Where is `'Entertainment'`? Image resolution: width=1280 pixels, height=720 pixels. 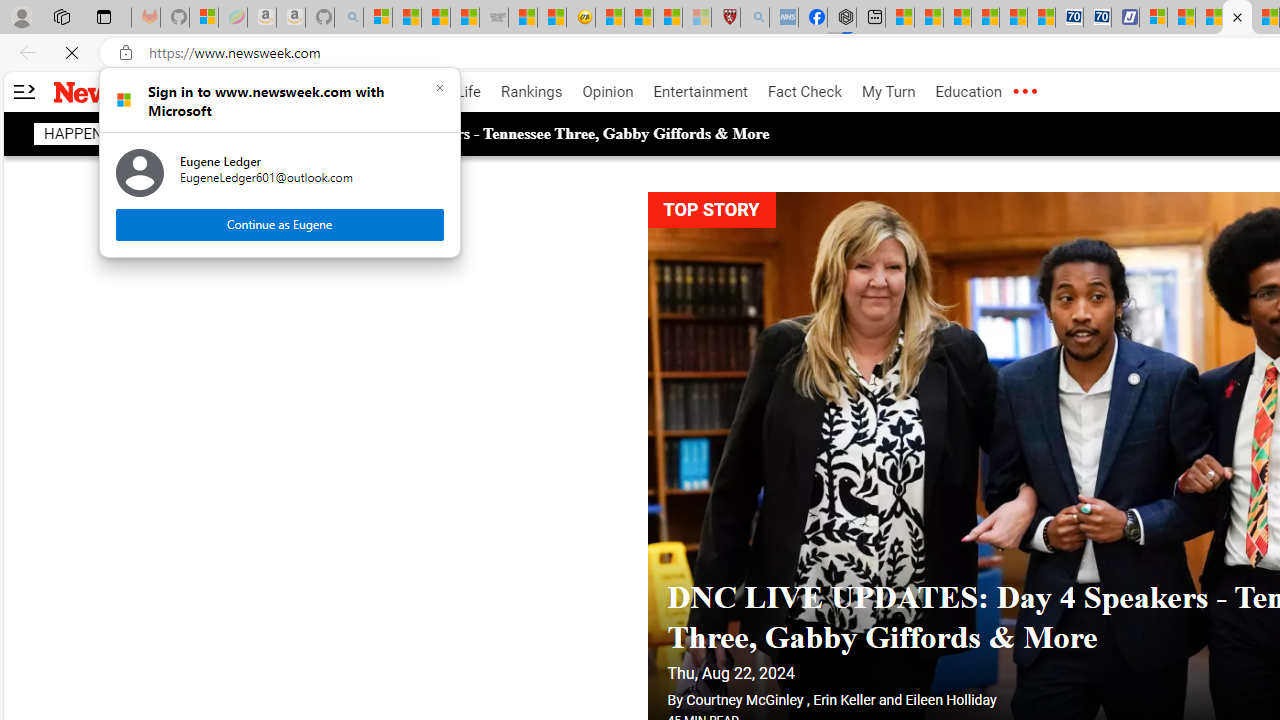 'Entertainment' is located at coordinates (700, 92).